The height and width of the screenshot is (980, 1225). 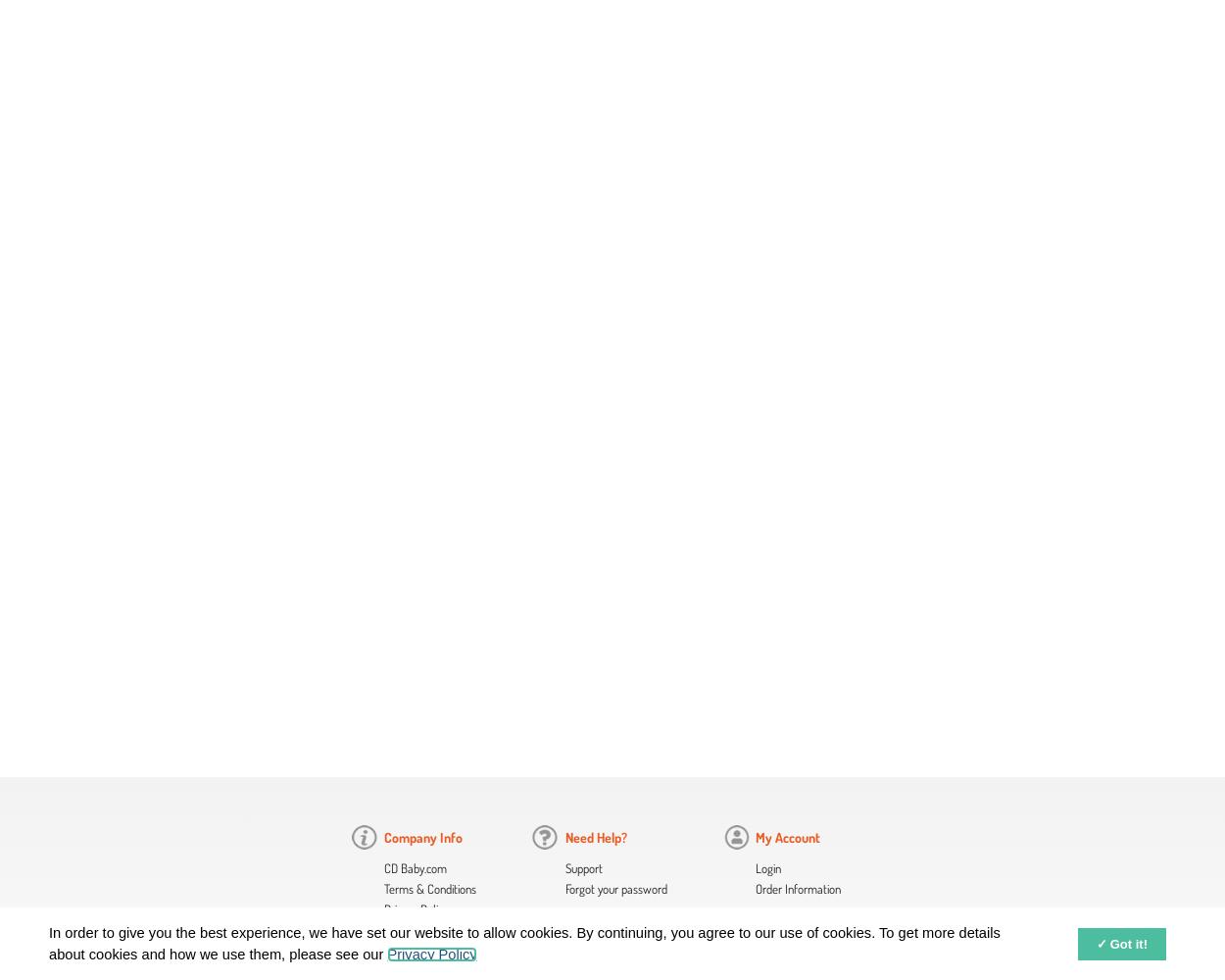 I want to click on 'In order to give you the best experience, we have set our website to allow cookies. By continuing, you agree to our use of cookies. To get more details about cookies and how we use them, please see our', so click(x=524, y=942).